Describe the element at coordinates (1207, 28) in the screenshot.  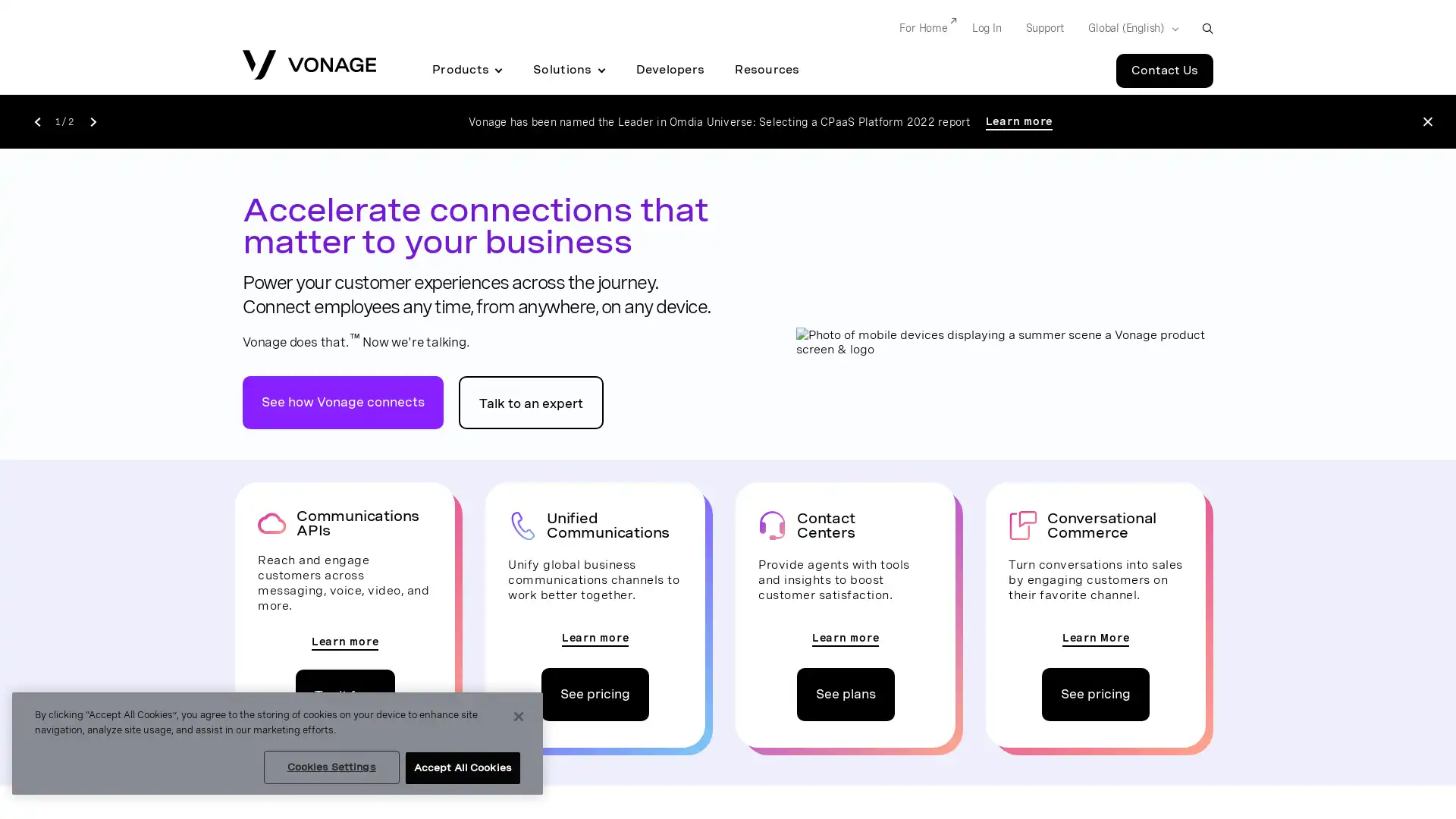
I see `open site search box` at that location.